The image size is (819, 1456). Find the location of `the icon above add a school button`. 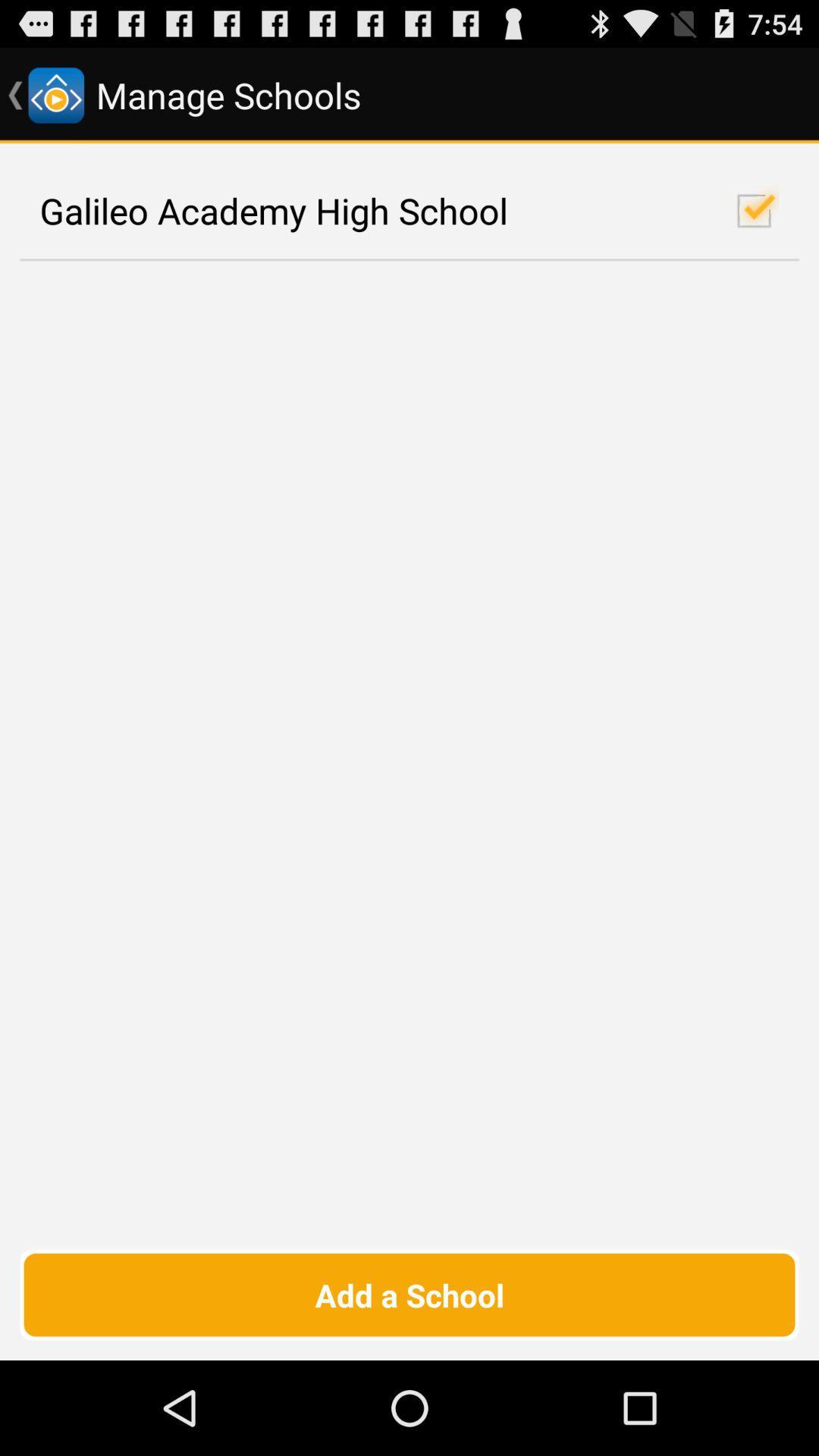

the icon above add a school button is located at coordinates (409, 210).